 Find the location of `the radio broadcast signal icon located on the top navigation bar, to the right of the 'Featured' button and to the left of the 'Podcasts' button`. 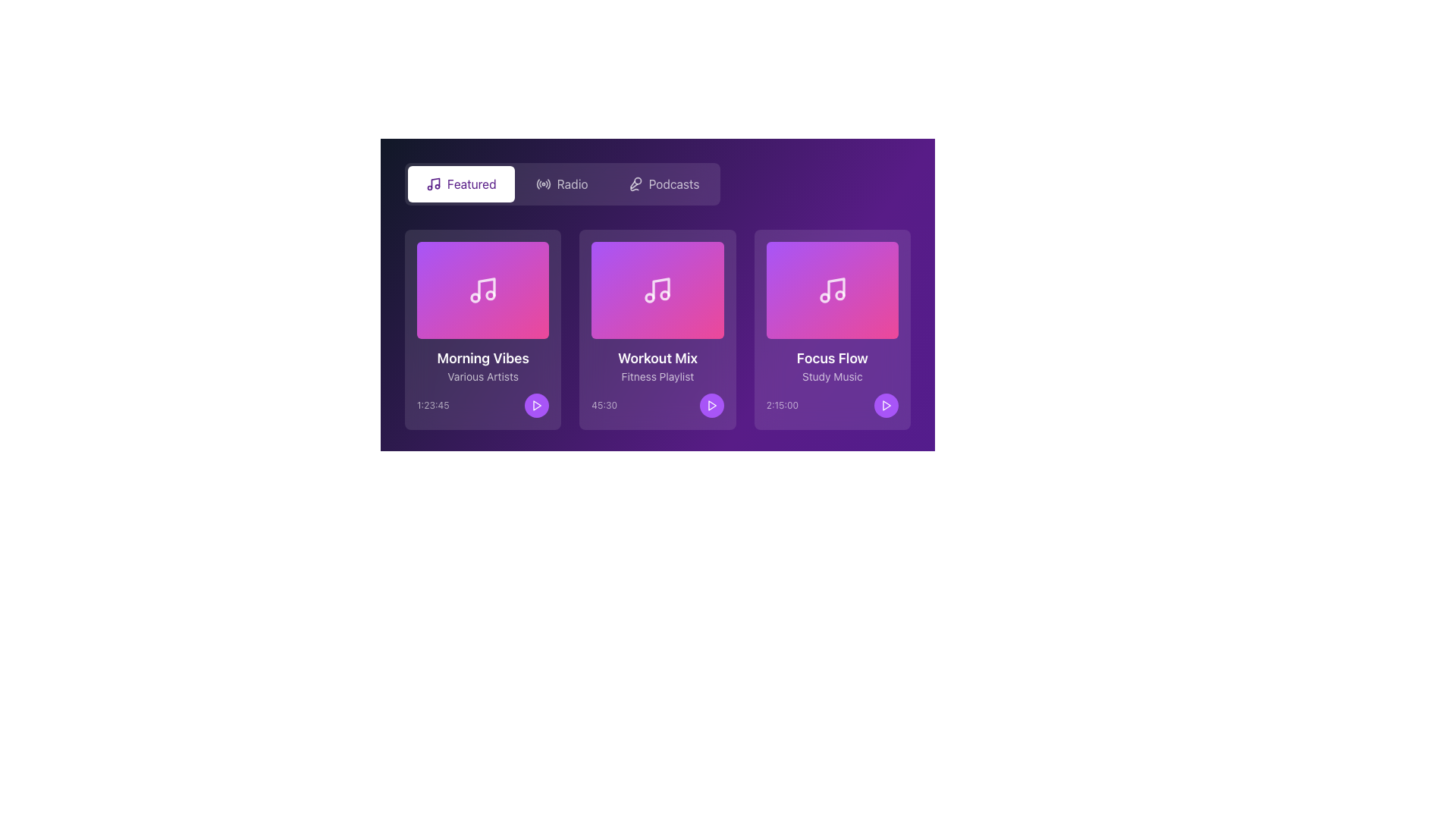

the radio broadcast signal icon located on the top navigation bar, to the right of the 'Featured' button and to the left of the 'Podcasts' button is located at coordinates (543, 184).